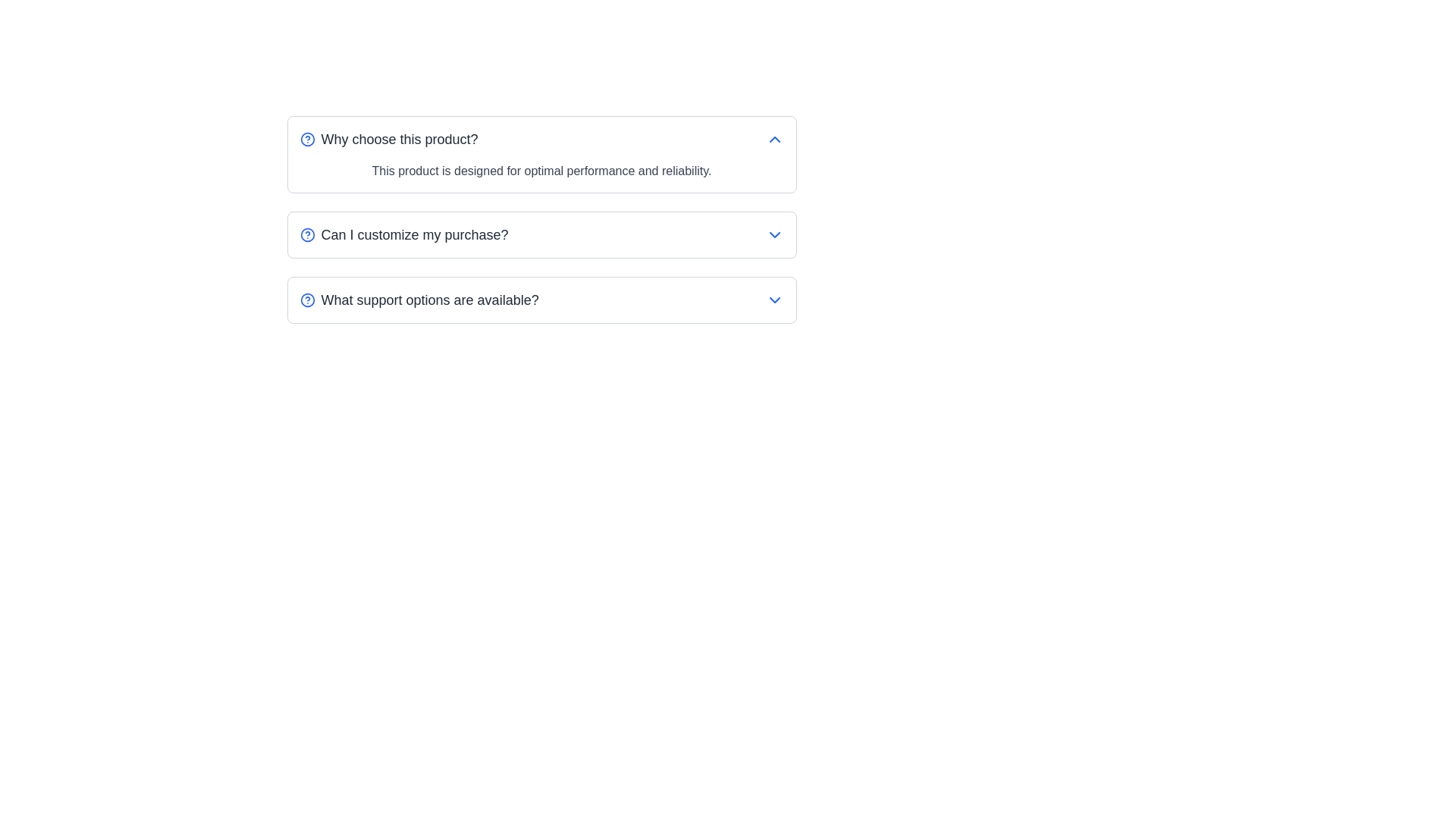 The image size is (1456, 819). Describe the element at coordinates (774, 300) in the screenshot. I see `the Icon button located at the far-right side of the last row labeled 'What support options are available?'` at that location.